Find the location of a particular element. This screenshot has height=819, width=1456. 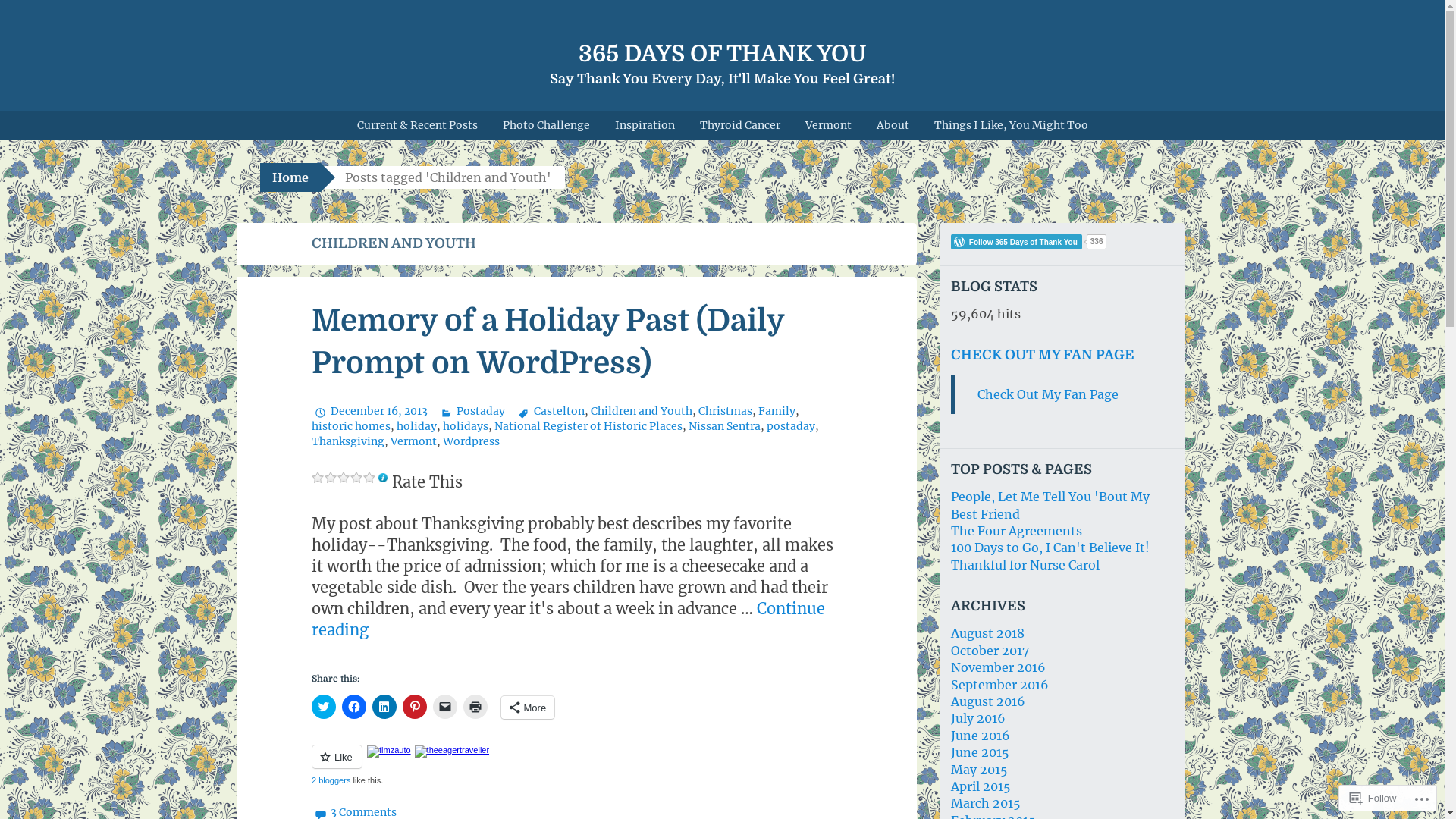

'October 2017' is located at coordinates (990, 649).